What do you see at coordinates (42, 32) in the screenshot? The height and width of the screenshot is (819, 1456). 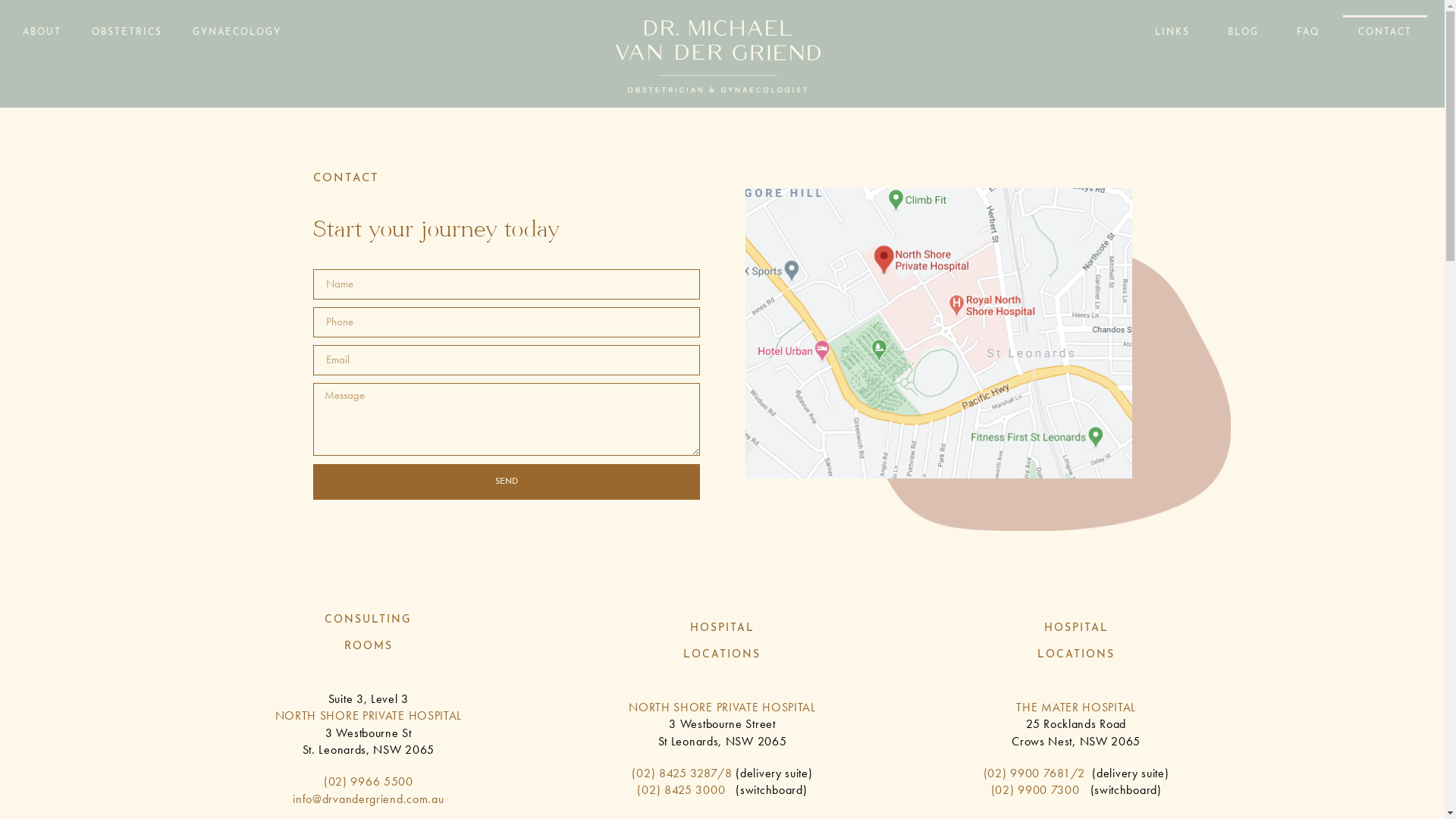 I see `'ABOUT'` at bounding box center [42, 32].